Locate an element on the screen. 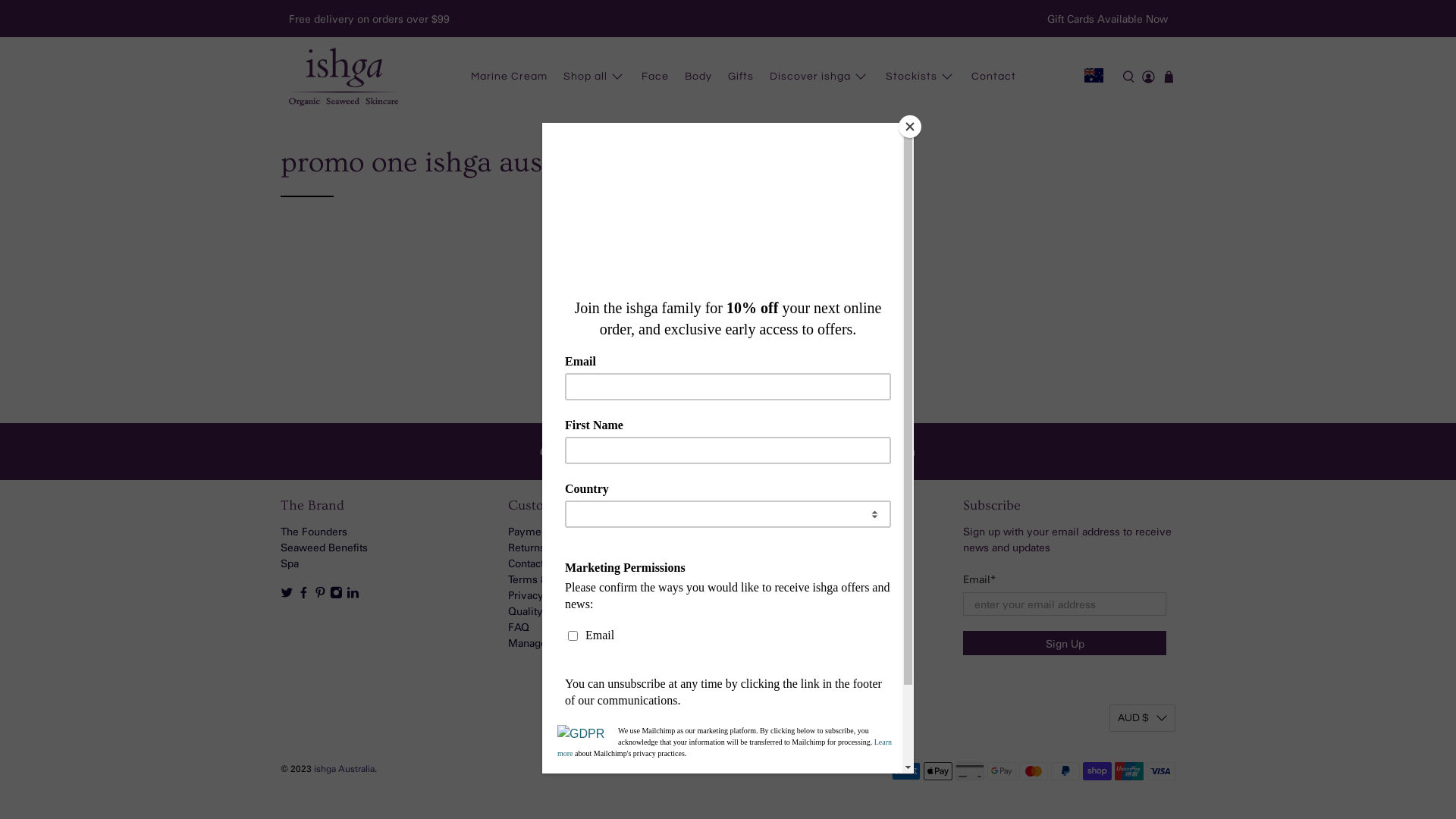  'ishga Australia on Twitter' is located at coordinates (280, 594).